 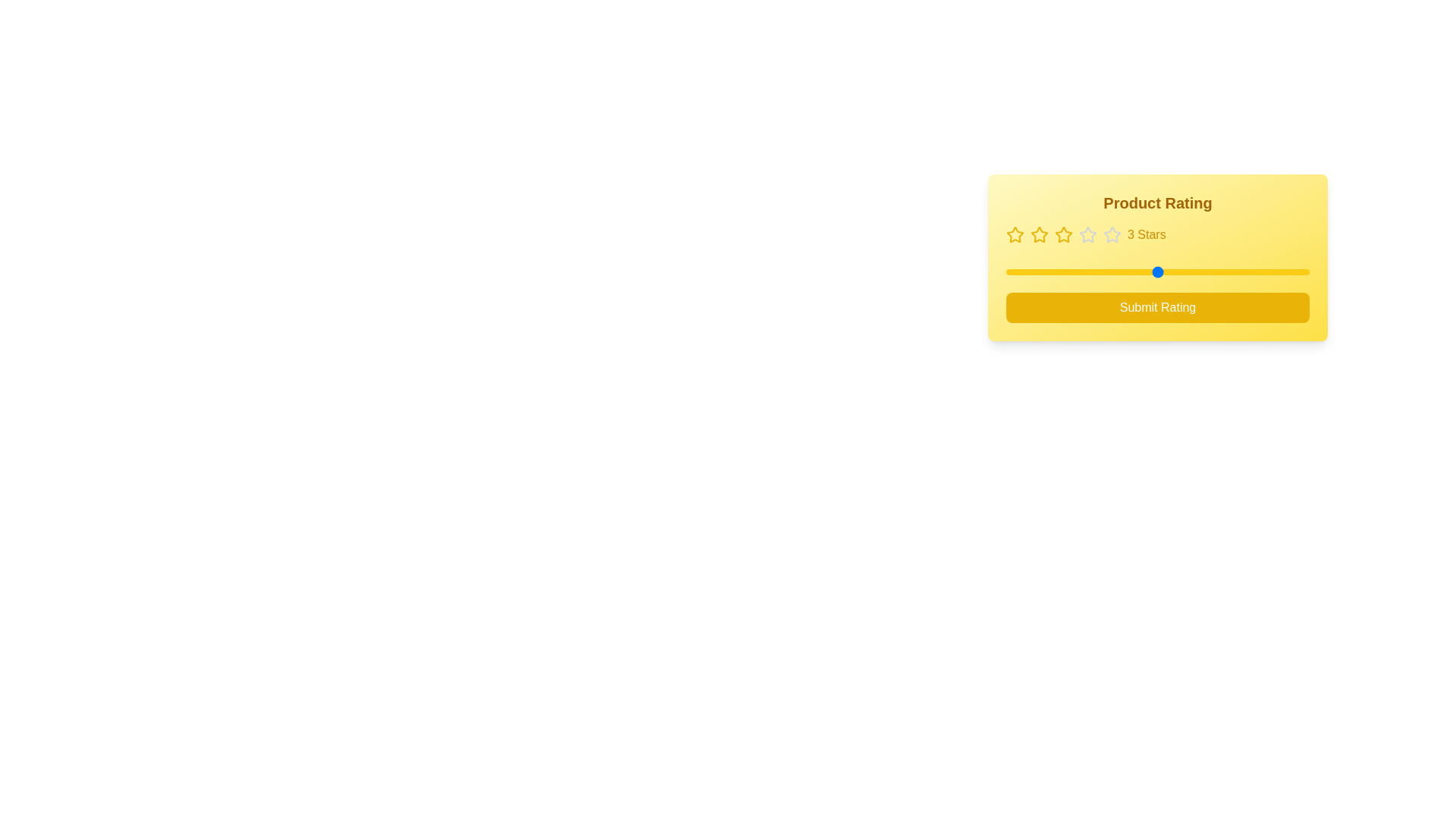 I want to click on the slider, so click(x=1081, y=271).